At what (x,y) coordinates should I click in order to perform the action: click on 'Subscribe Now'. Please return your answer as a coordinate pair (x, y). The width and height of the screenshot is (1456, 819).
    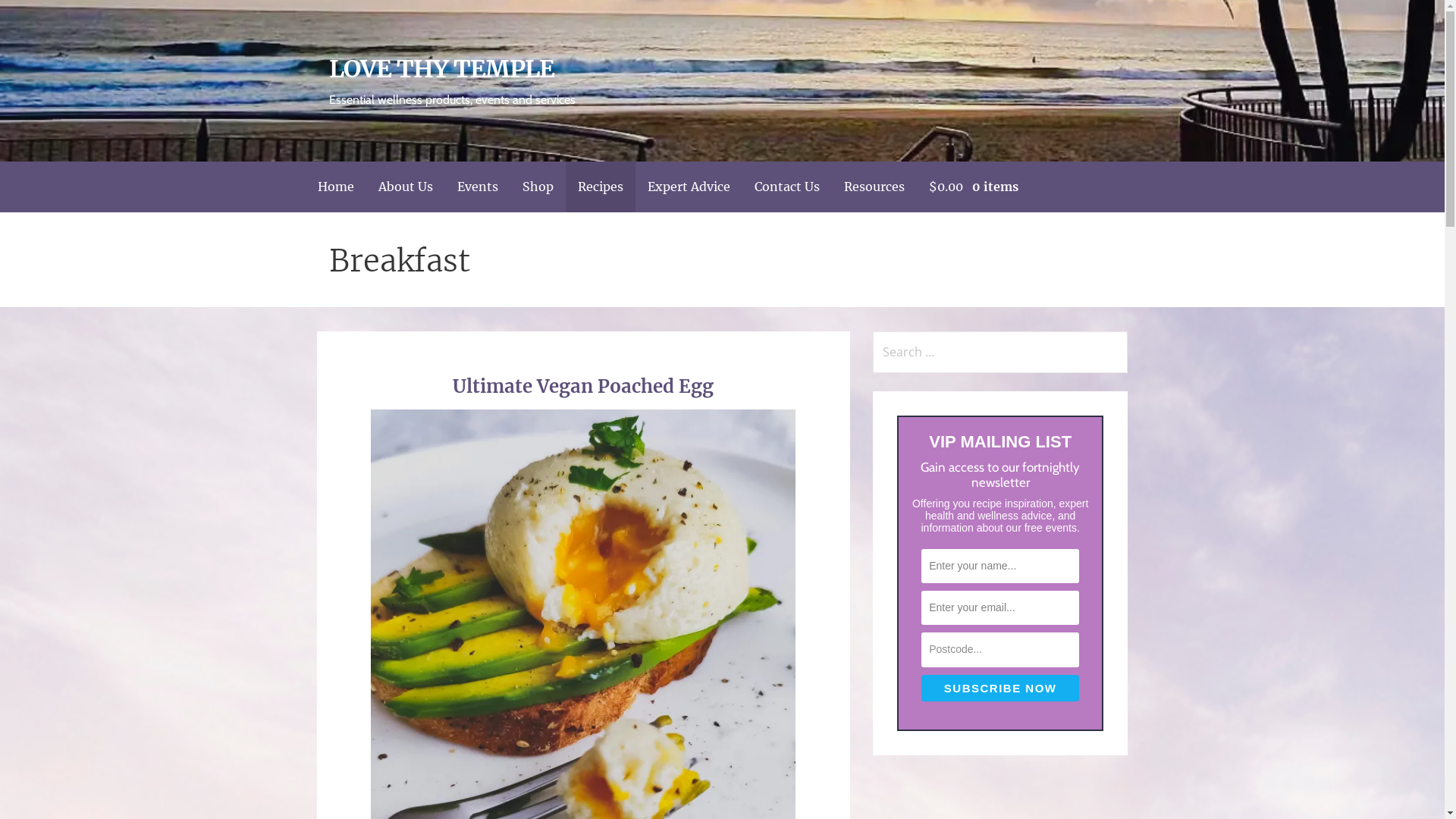
    Looking at the image, I should click on (920, 688).